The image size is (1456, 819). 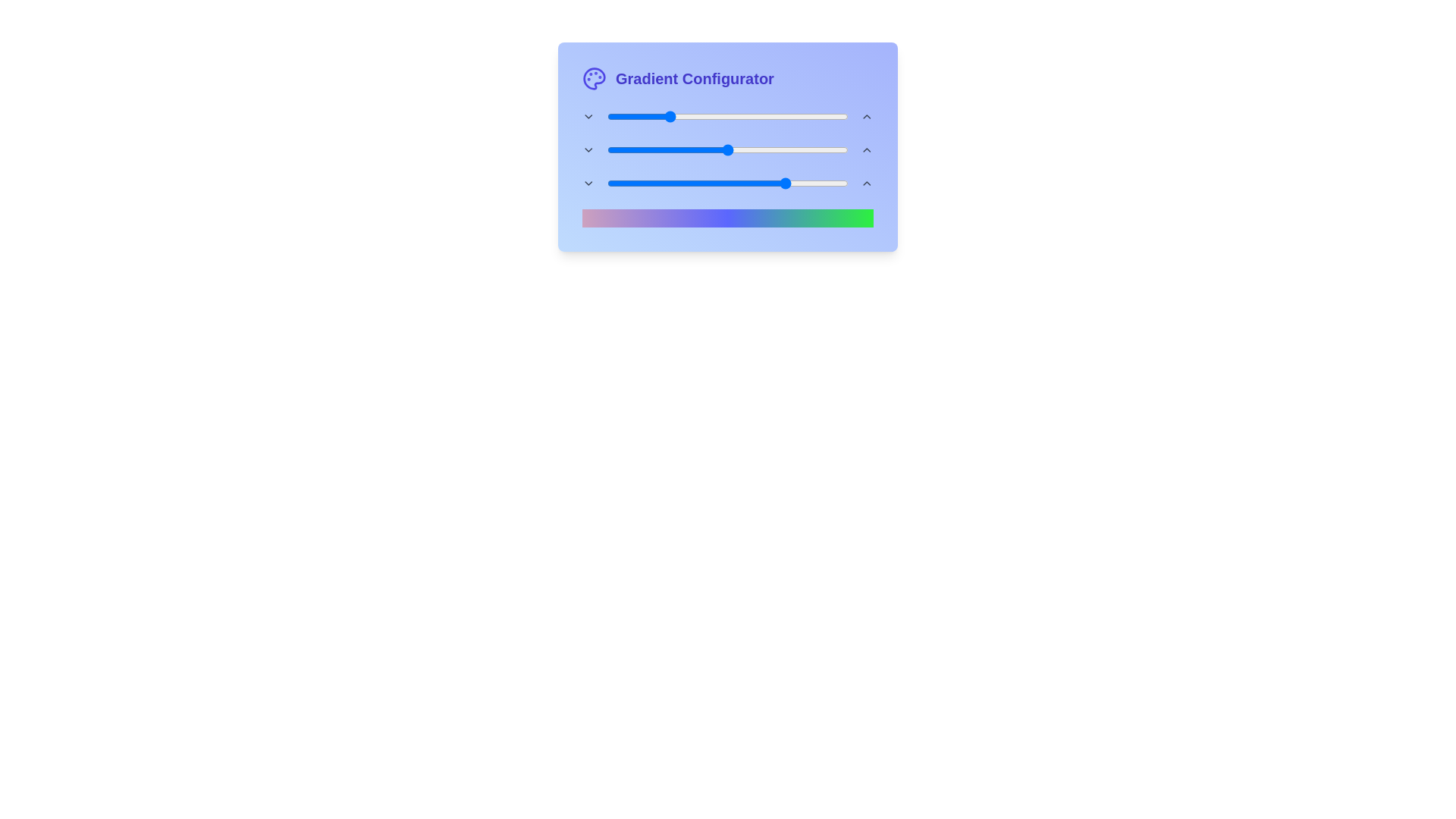 What do you see at coordinates (737, 149) in the screenshot?
I see `the mid gradient slider to 54 percent` at bounding box center [737, 149].